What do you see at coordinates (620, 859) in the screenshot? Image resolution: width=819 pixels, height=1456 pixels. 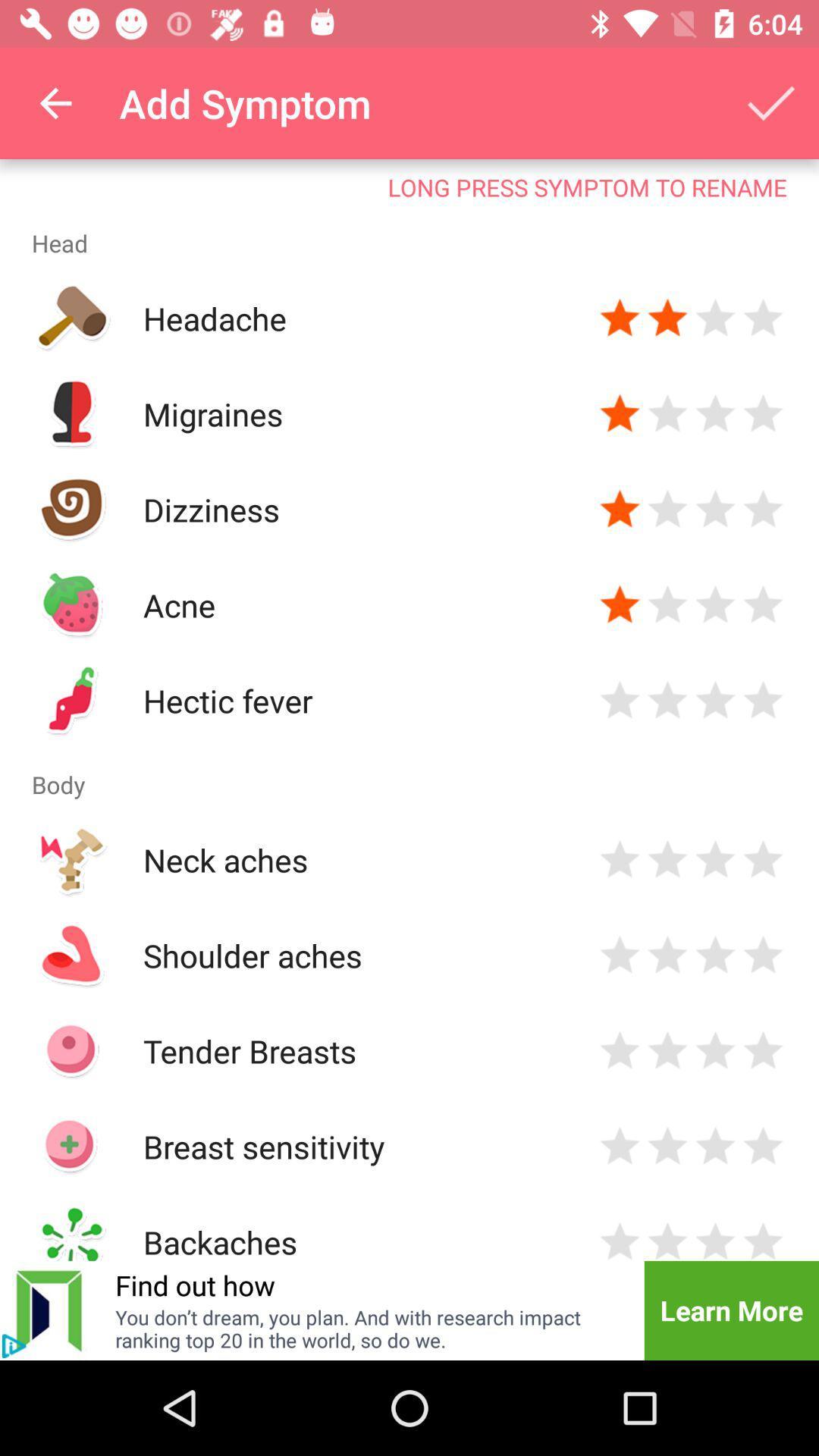 I see `rate item 1 star` at bounding box center [620, 859].